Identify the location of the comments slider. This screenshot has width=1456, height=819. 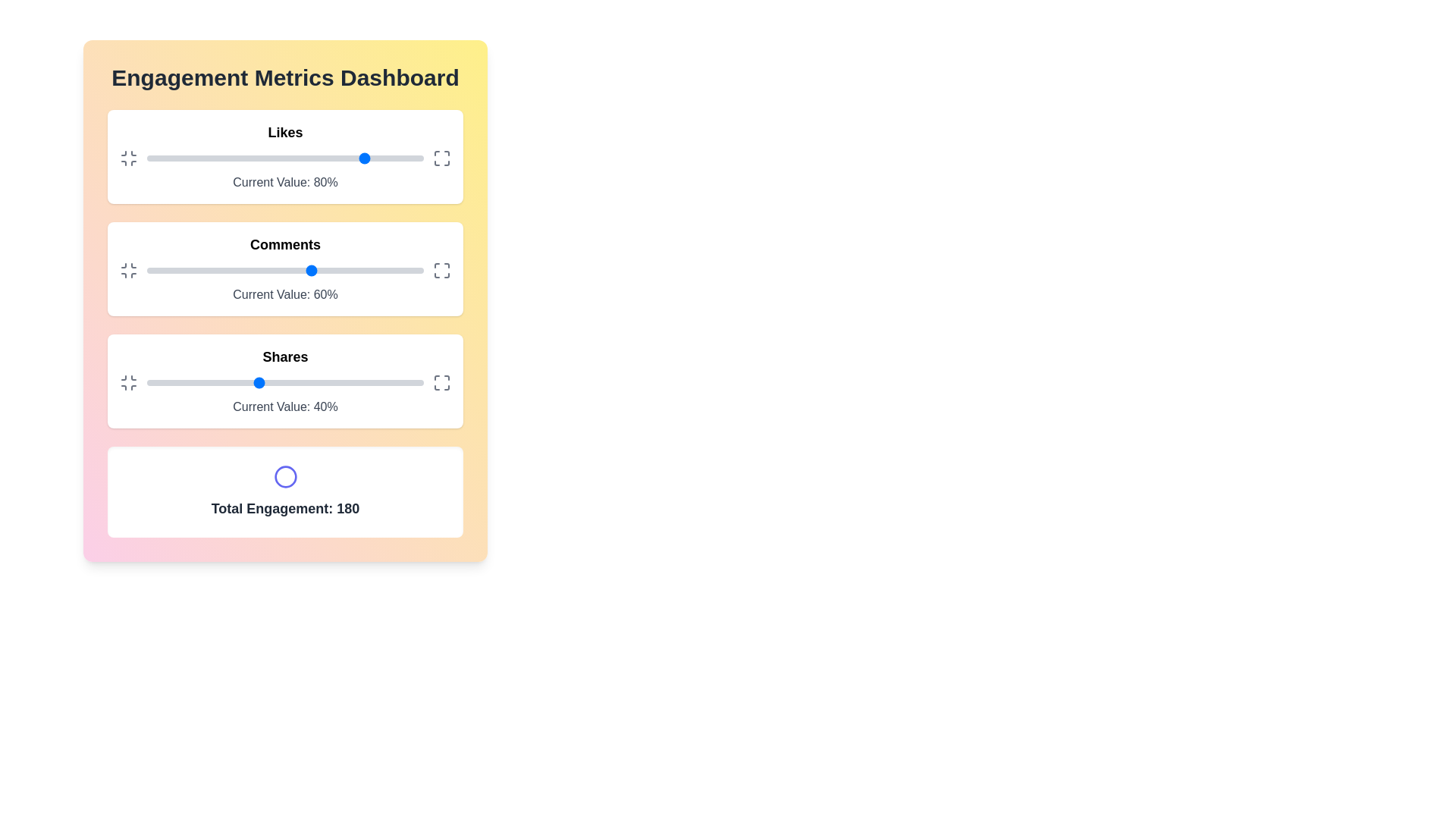
(169, 270).